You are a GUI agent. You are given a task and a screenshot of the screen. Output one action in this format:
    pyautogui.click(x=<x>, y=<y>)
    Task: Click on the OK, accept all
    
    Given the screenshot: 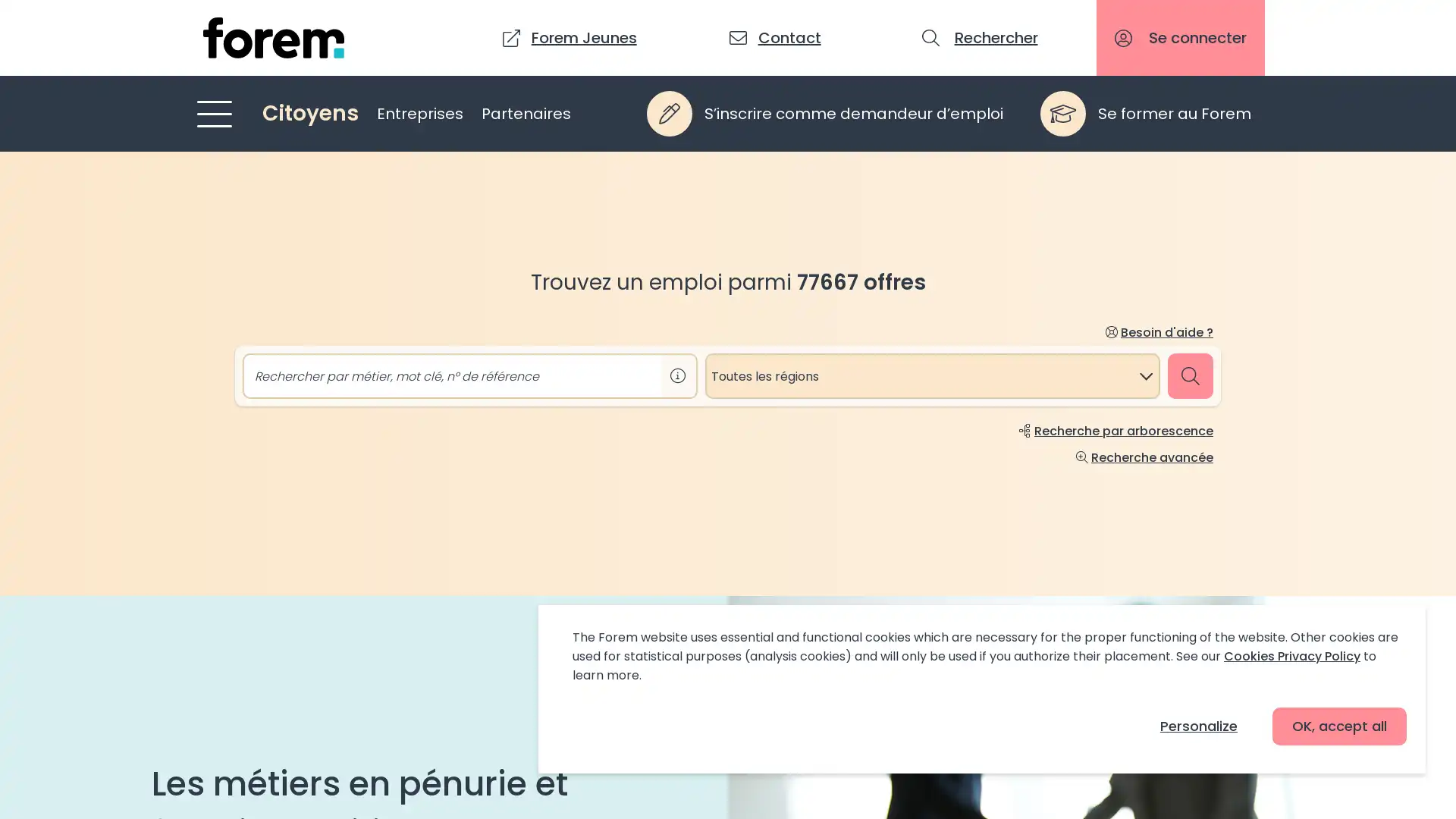 What is the action you would take?
    pyautogui.click(x=1339, y=725)
    